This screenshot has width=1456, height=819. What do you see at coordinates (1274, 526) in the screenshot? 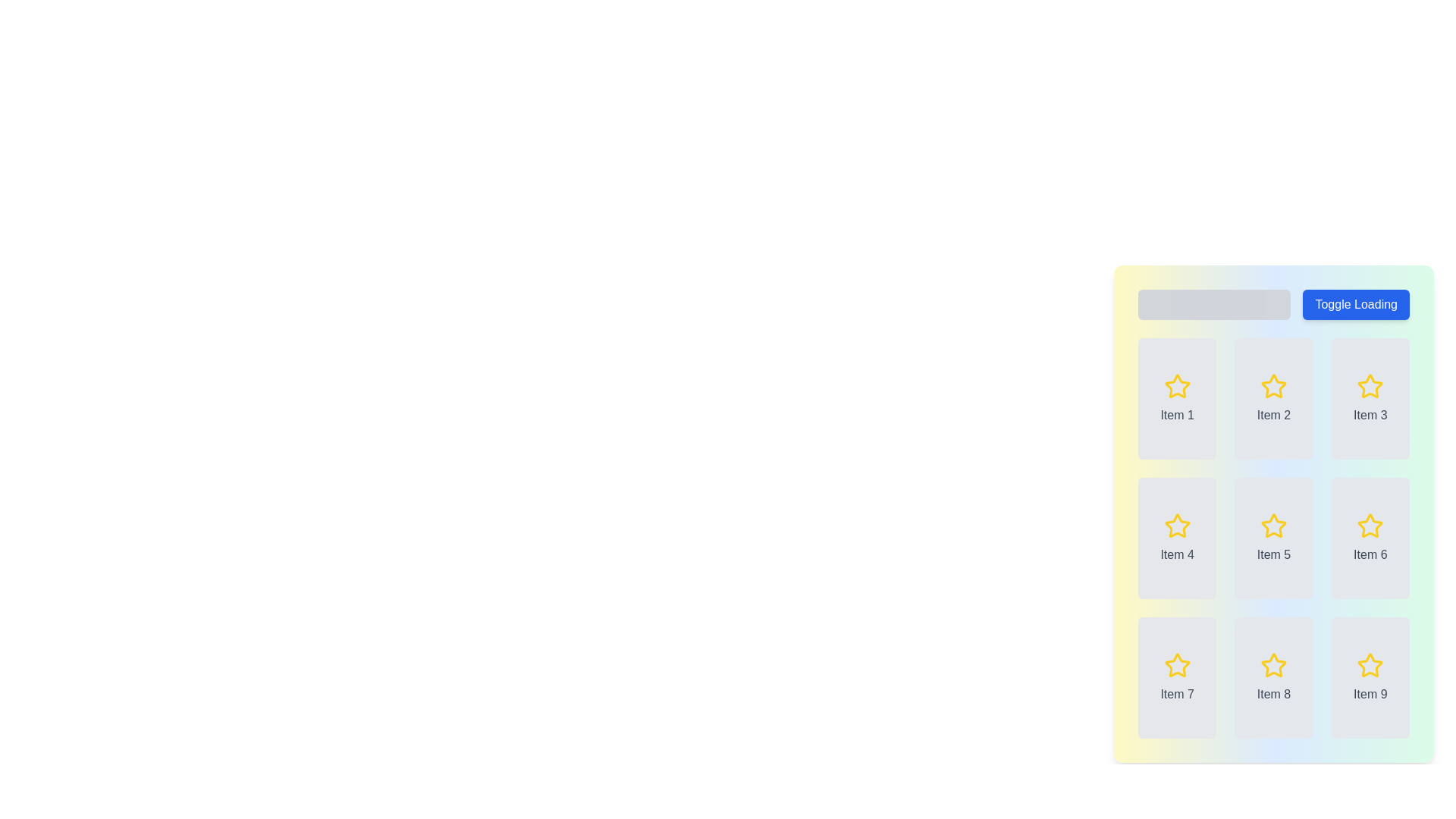
I see `the star icon with a yellow outline located in the center of the second row of a 3x3 grid layout, which has the label 'Item 5' below it` at bounding box center [1274, 526].